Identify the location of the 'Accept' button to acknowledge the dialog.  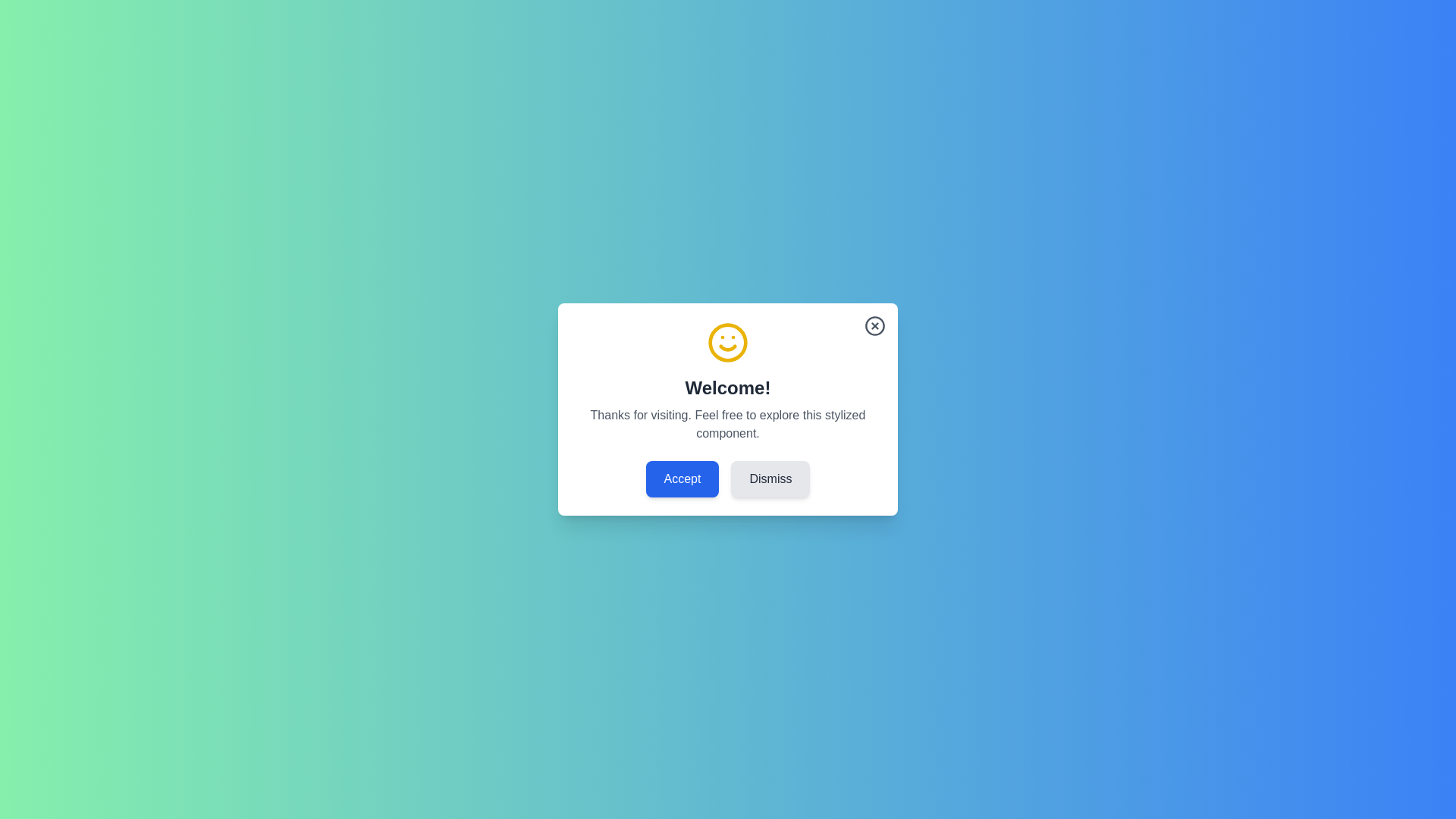
(681, 479).